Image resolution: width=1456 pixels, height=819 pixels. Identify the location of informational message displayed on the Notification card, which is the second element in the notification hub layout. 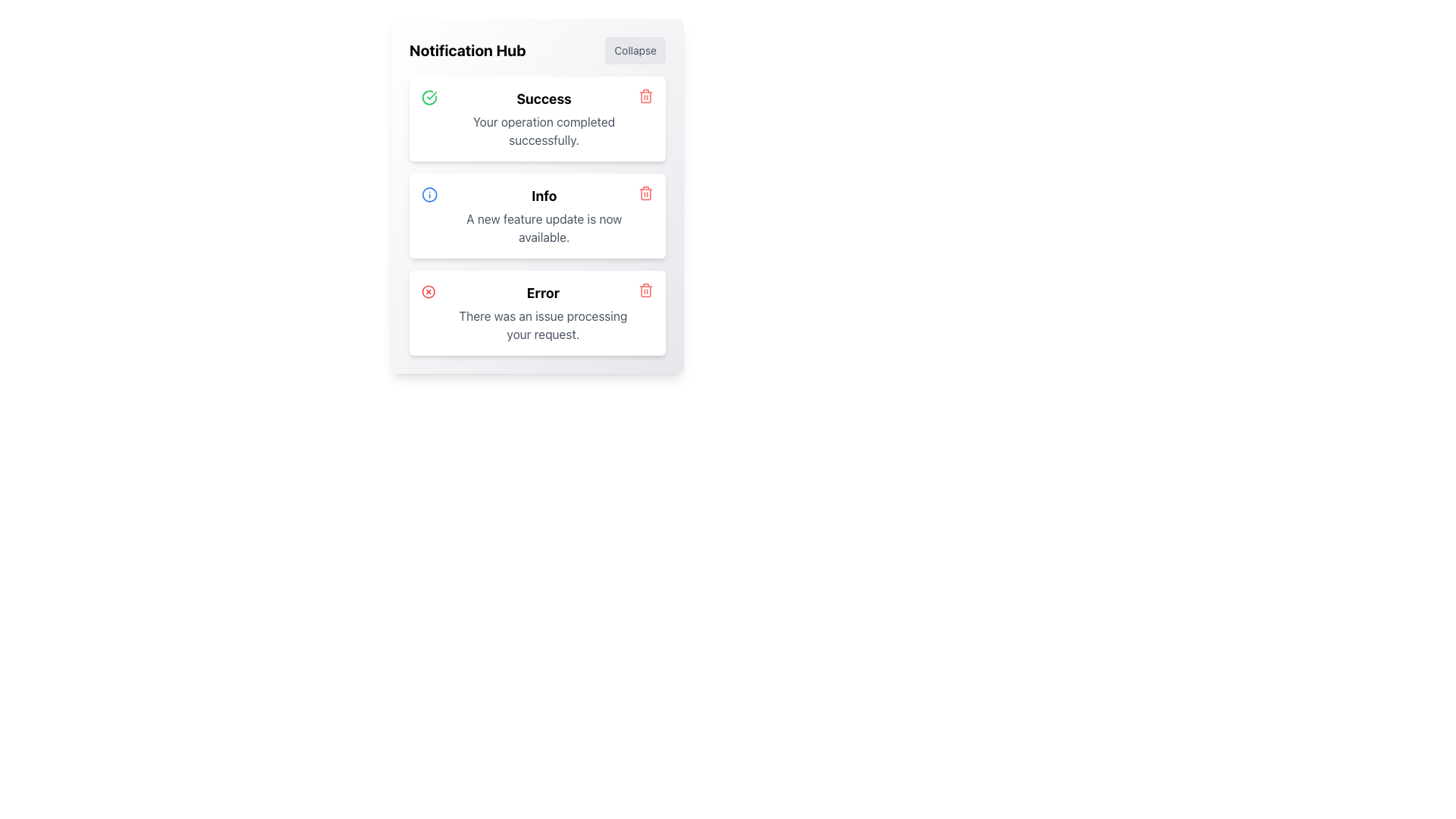
(538, 216).